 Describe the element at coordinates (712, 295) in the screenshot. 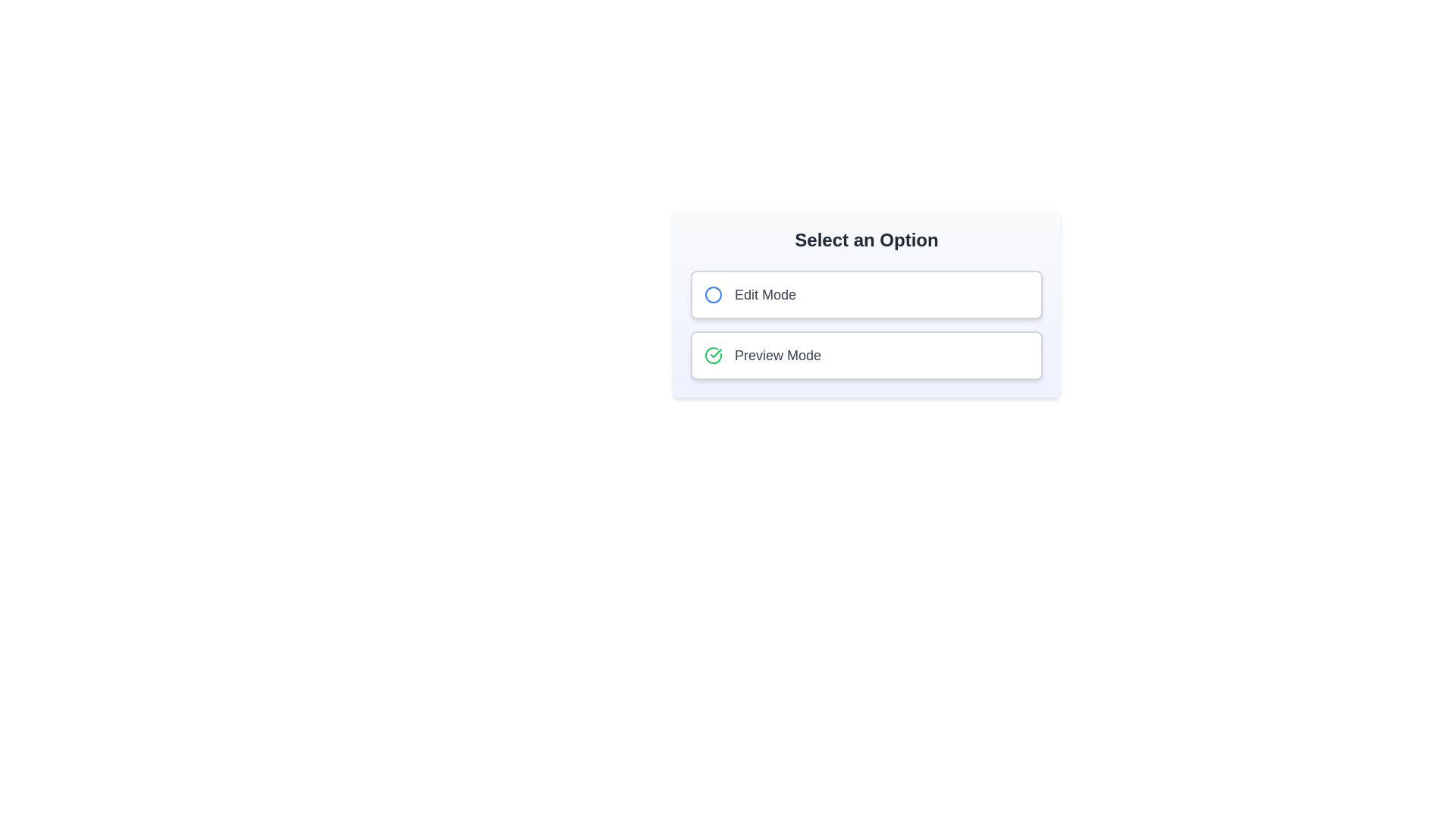

I see `the 'Edit Mode' icon located to the immediate left of the text 'Edit Mode' in the vertical list of options` at that location.